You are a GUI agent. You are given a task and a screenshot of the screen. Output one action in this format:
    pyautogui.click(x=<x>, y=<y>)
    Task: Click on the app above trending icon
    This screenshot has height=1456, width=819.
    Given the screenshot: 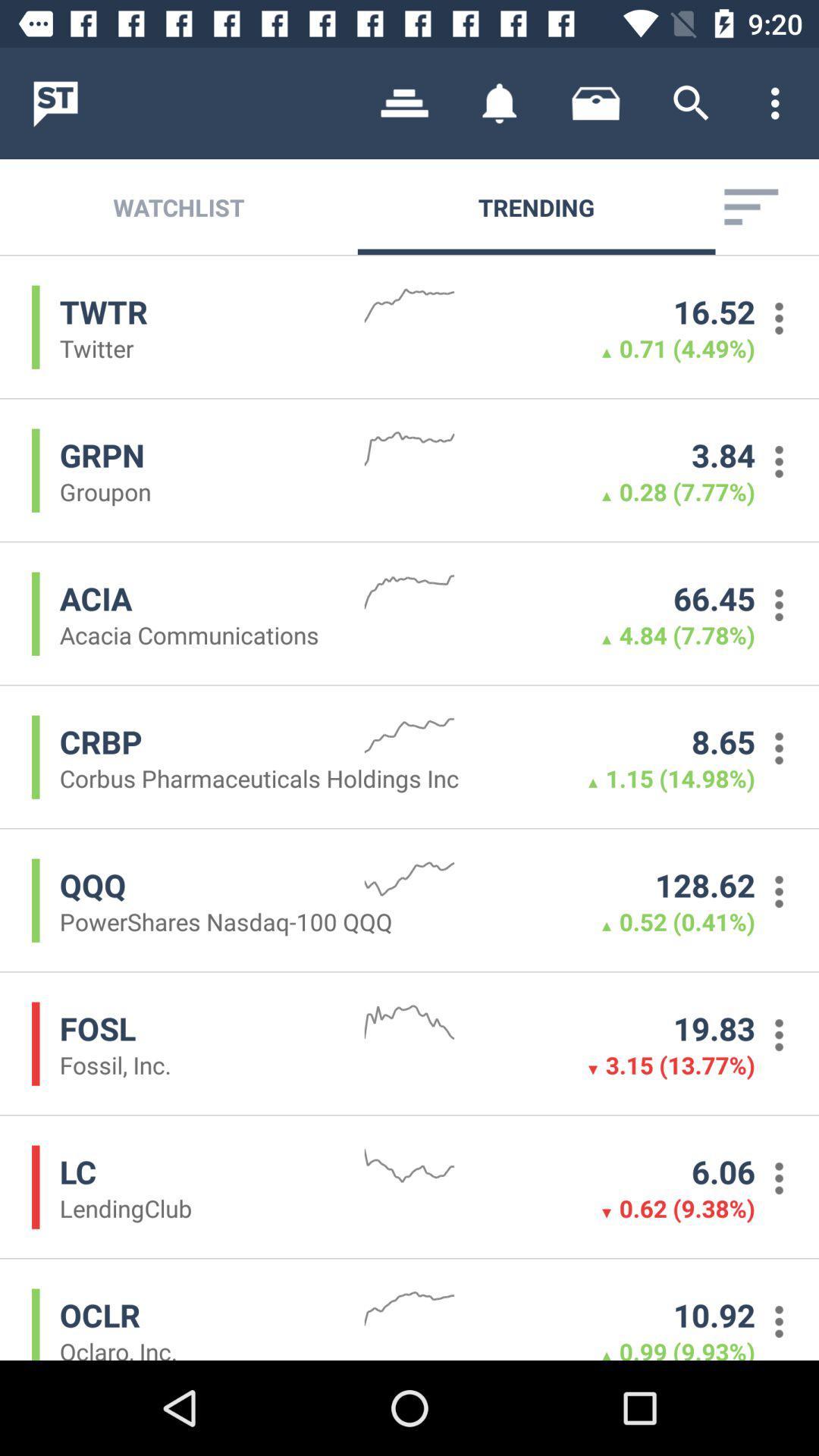 What is the action you would take?
    pyautogui.click(x=691, y=102)
    